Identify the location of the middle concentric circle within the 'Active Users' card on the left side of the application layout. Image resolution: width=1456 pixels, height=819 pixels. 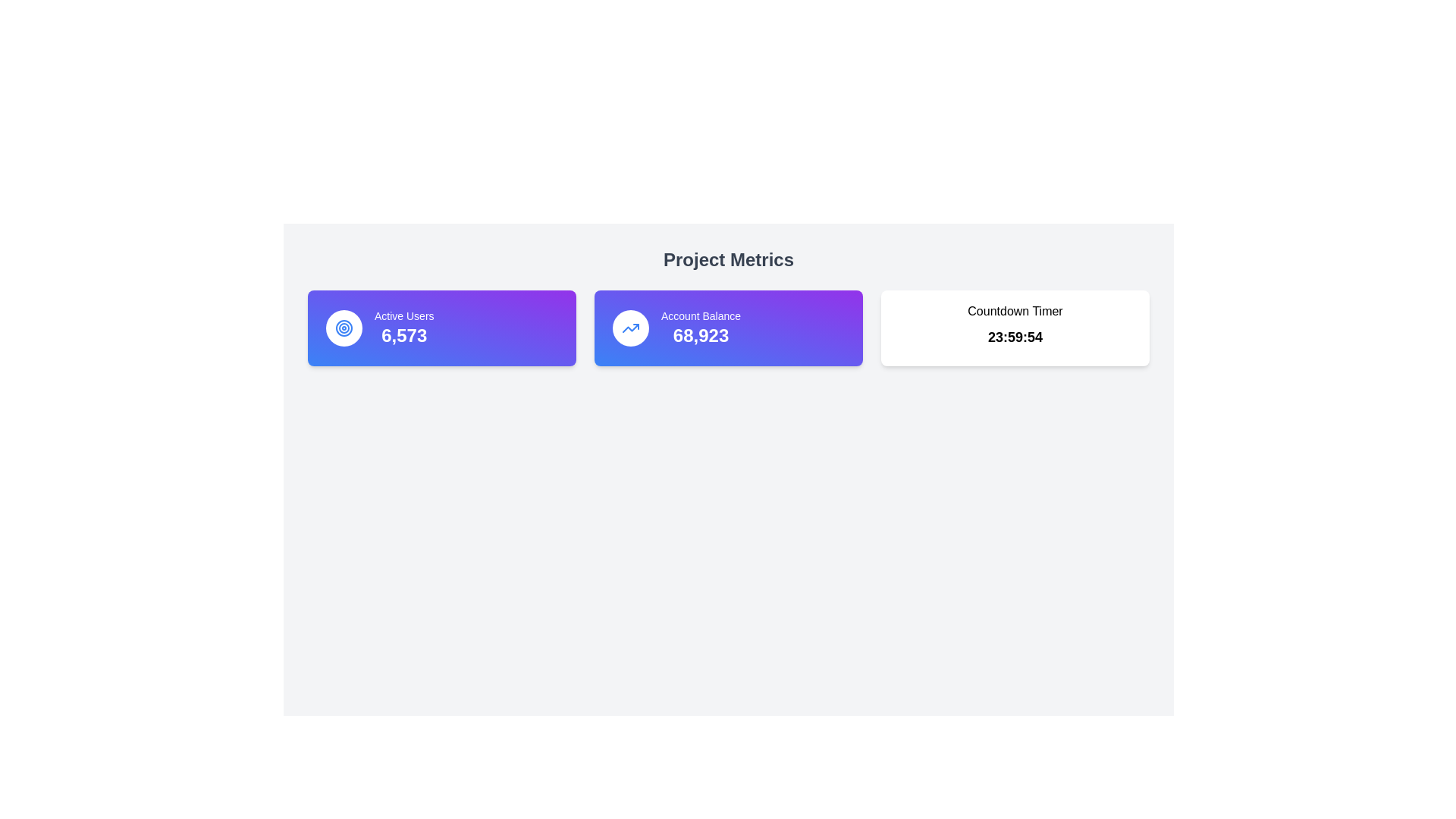
(344, 327).